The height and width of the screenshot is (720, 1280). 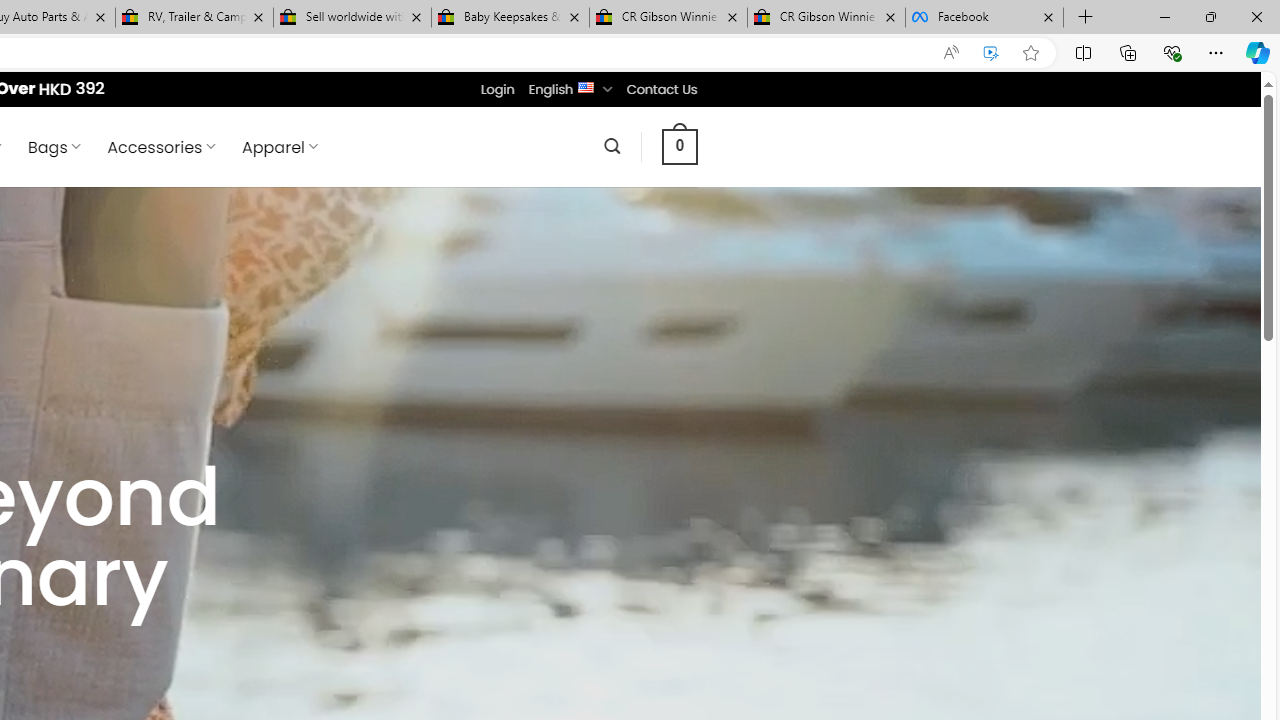 What do you see at coordinates (991, 52) in the screenshot?
I see `'Enhance video'` at bounding box center [991, 52].